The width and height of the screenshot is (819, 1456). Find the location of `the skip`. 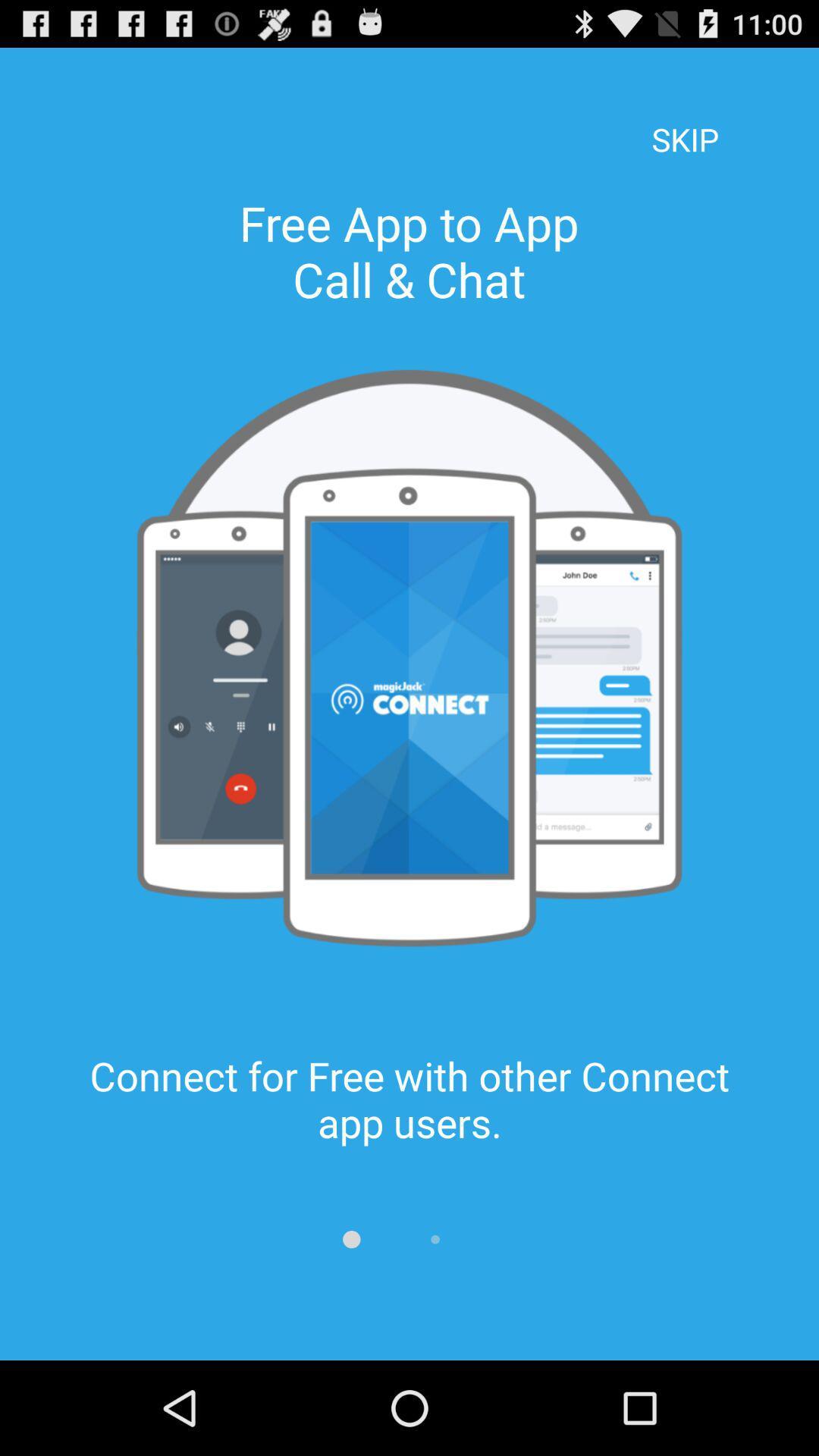

the skip is located at coordinates (685, 118).